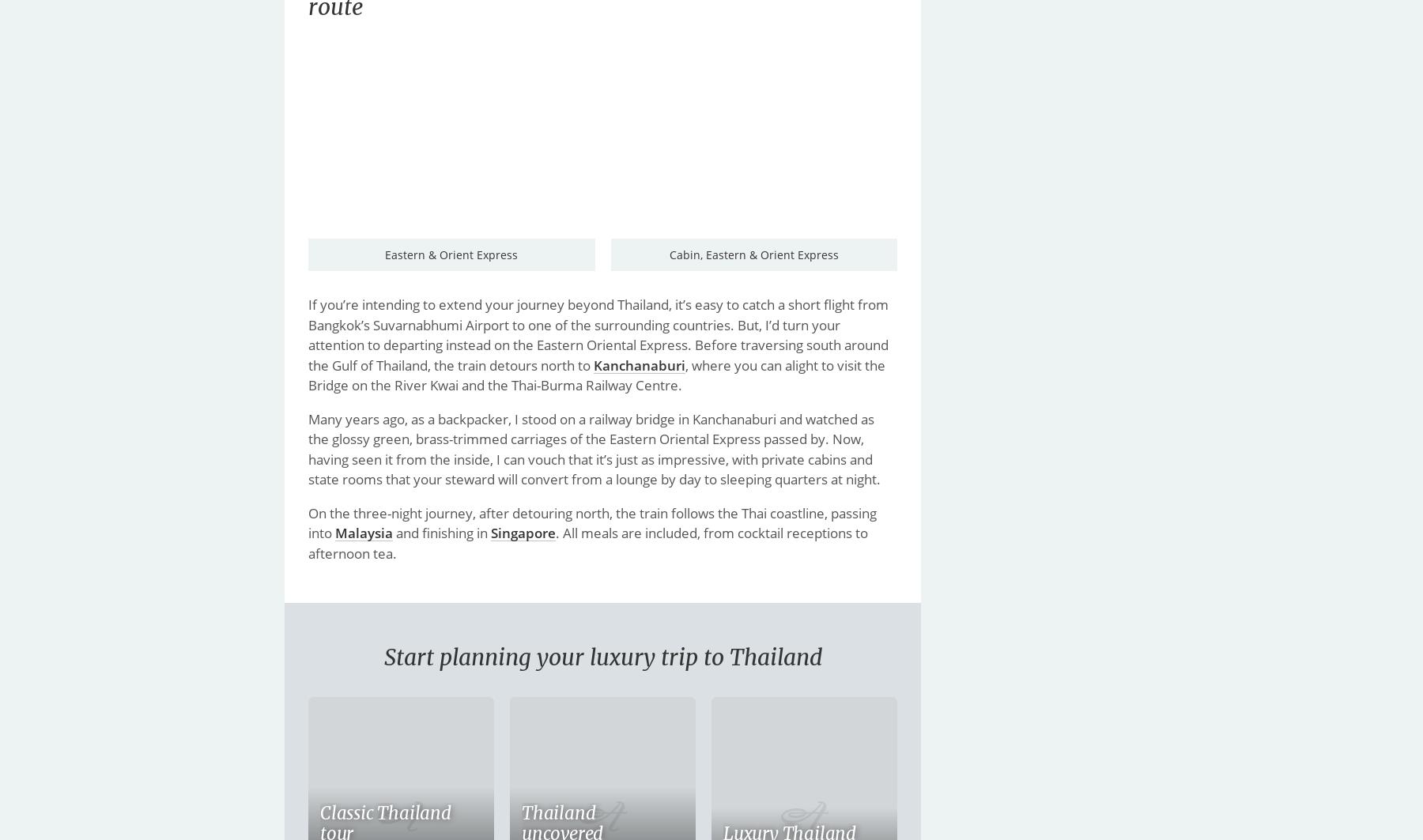  Describe the element at coordinates (591, 522) in the screenshot. I see `'On the three-night journey, after detouring north, the train follows the Thai coastline, passing into'` at that location.